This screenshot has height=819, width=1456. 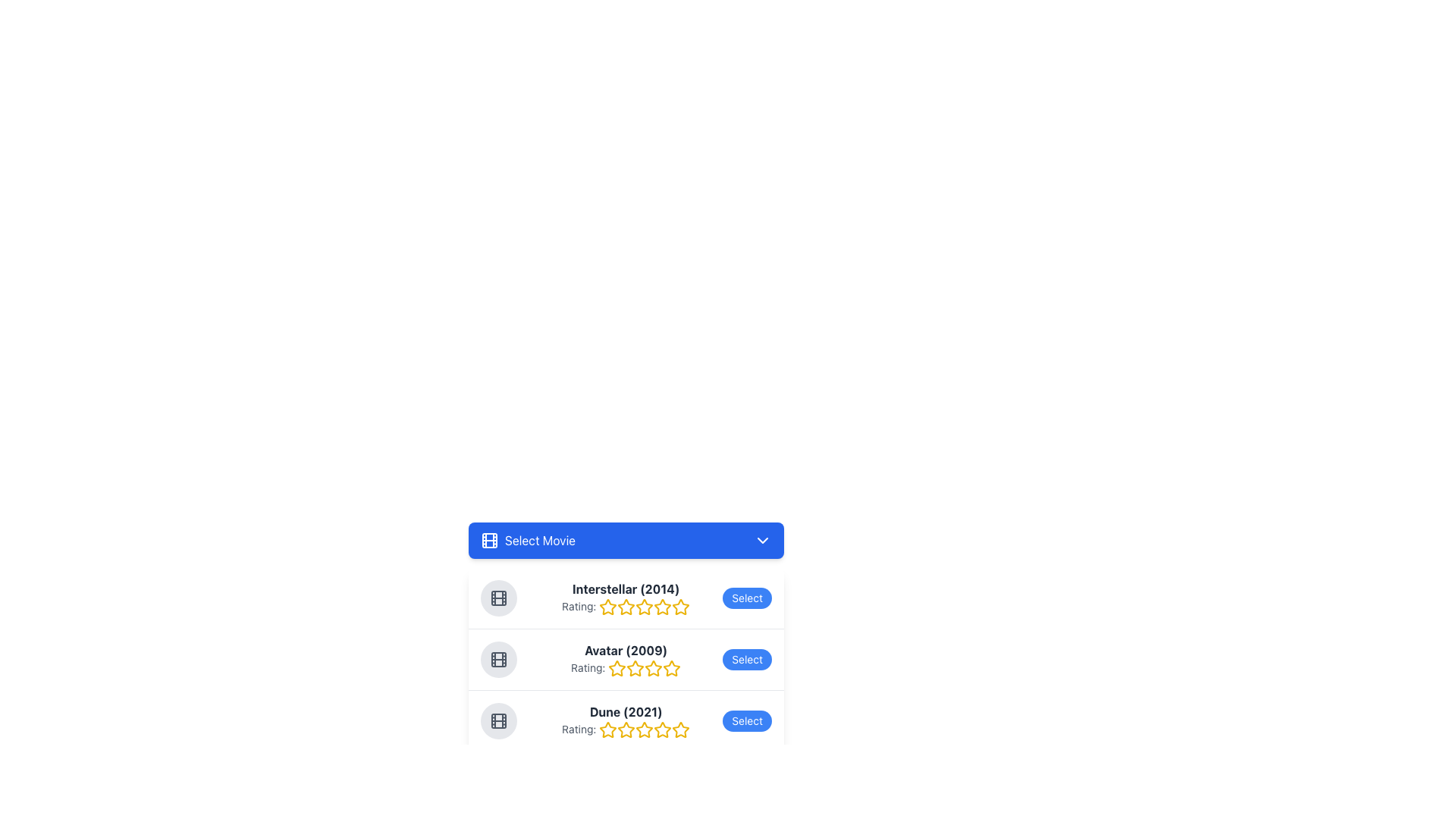 What do you see at coordinates (671, 667) in the screenshot?
I see `the fourth star icon in the rating system to express a rating for the movie 'Avatar (2009)'` at bounding box center [671, 667].